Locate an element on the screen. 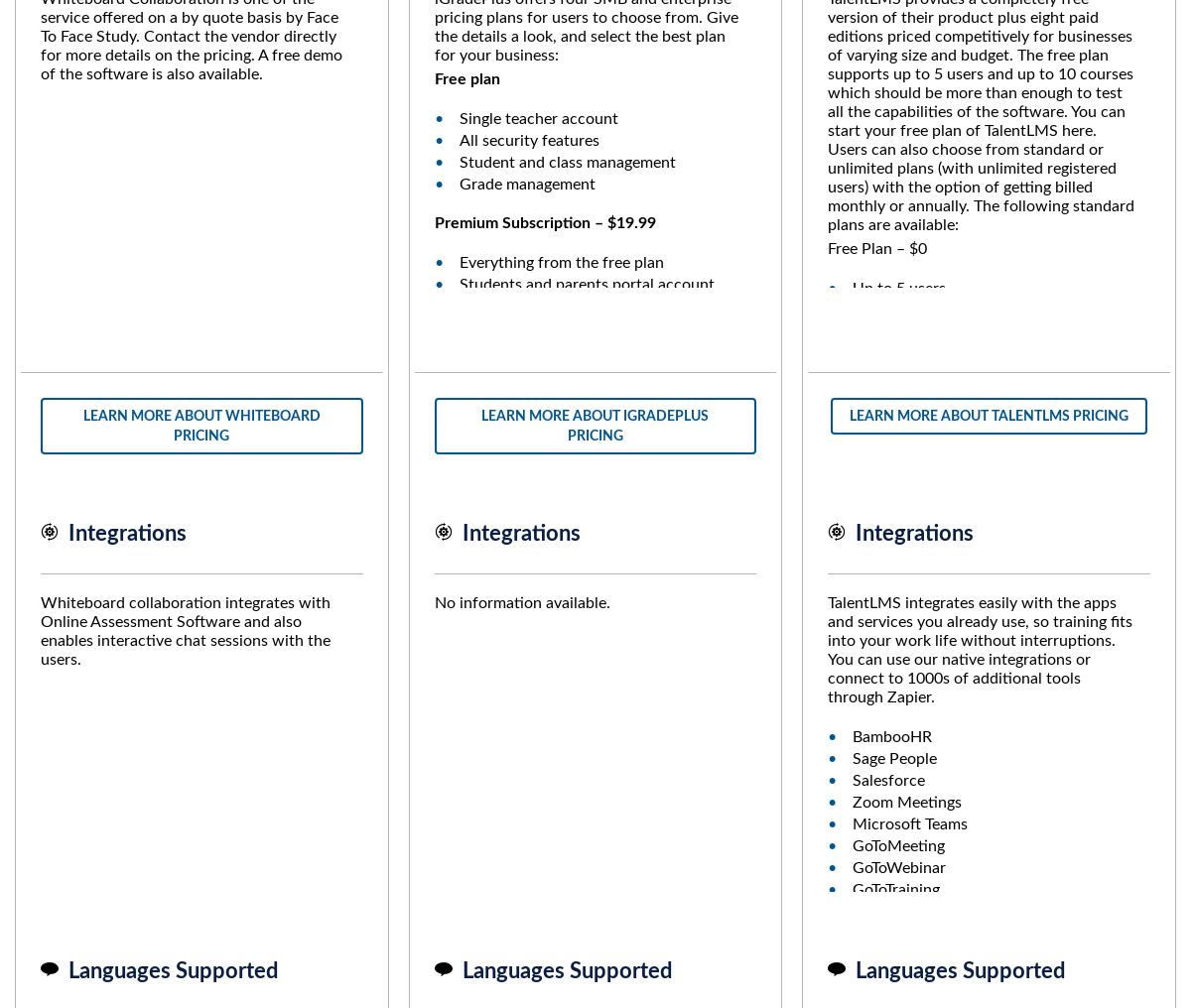  'Administrators account' is located at coordinates (540, 494).